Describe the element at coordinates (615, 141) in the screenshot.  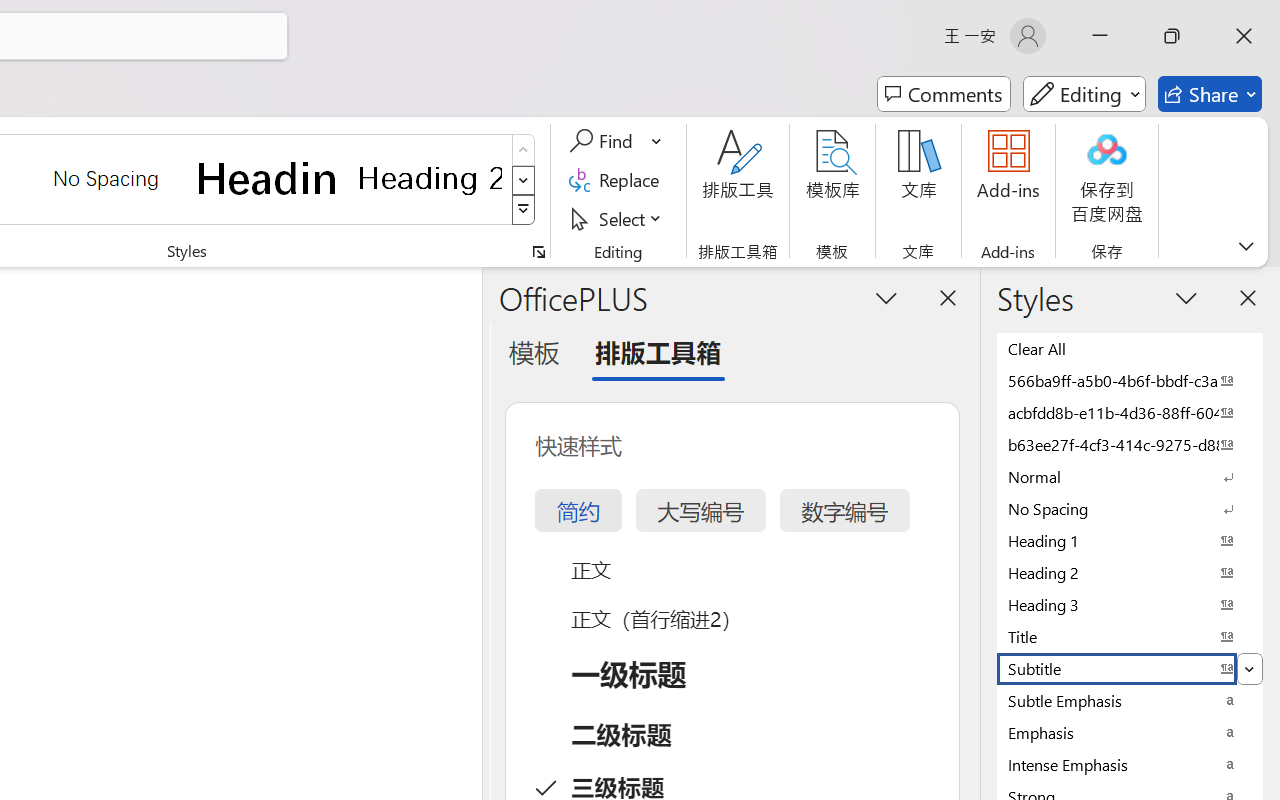
I see `'Find'` at that location.